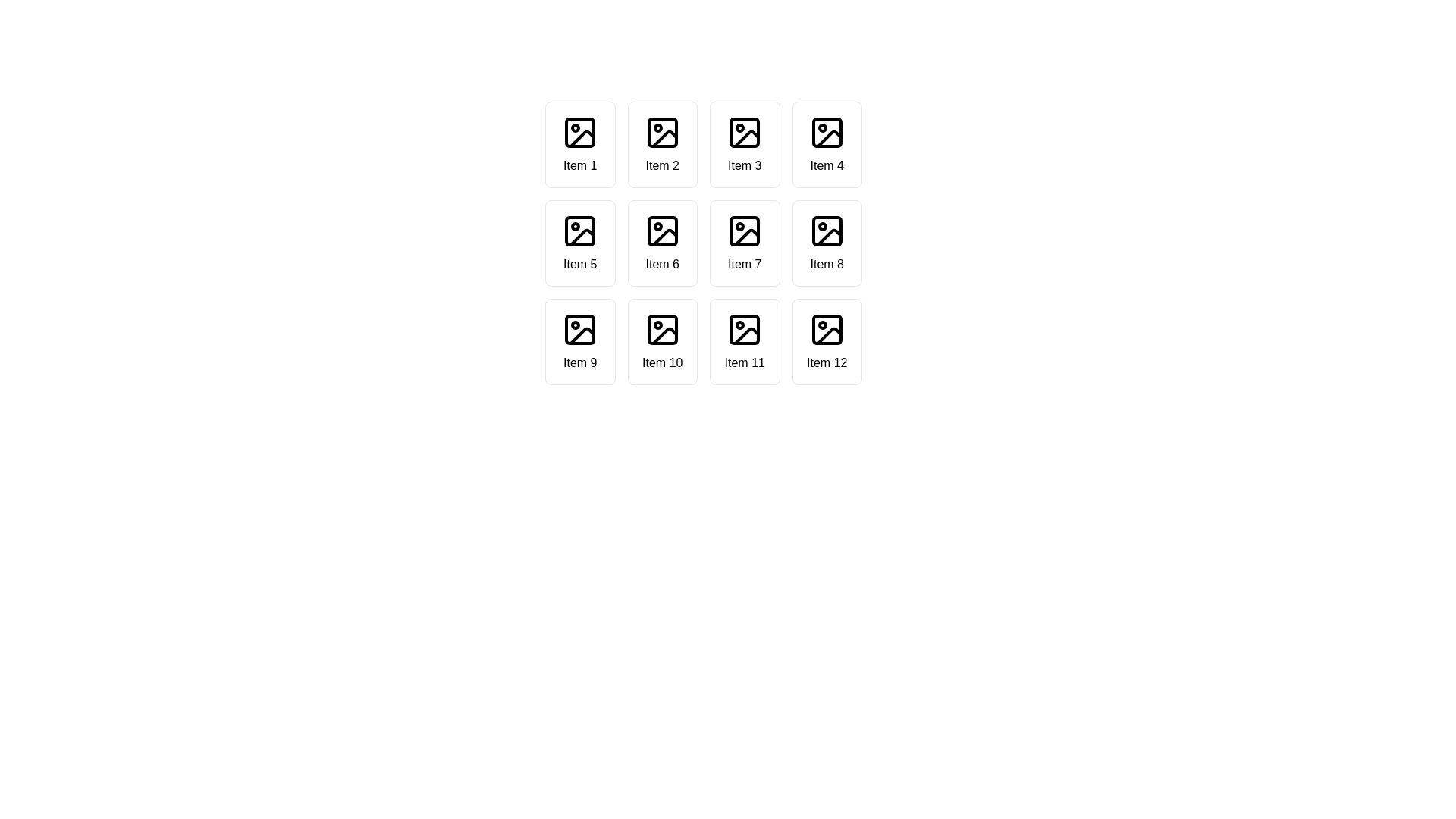 This screenshot has width=1456, height=819. Describe the element at coordinates (579, 242) in the screenshot. I see `the Card element labeled 'Item 5' in the second row, first column of the grid layout` at that location.